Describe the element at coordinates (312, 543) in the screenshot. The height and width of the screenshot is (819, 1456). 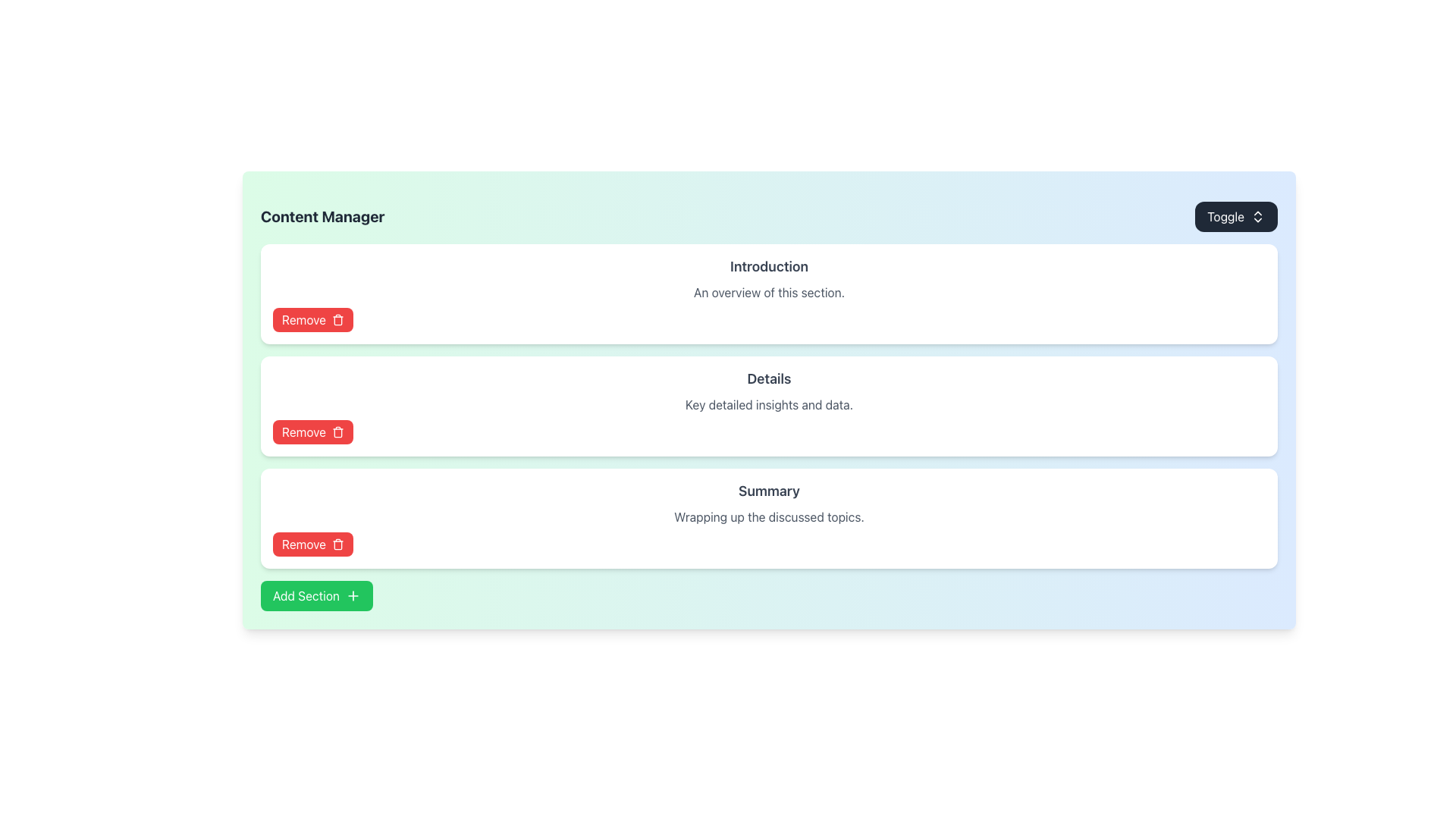
I see `the red 'Remove' button with white text and a trash bin icon located in the 'Summary' section` at that location.